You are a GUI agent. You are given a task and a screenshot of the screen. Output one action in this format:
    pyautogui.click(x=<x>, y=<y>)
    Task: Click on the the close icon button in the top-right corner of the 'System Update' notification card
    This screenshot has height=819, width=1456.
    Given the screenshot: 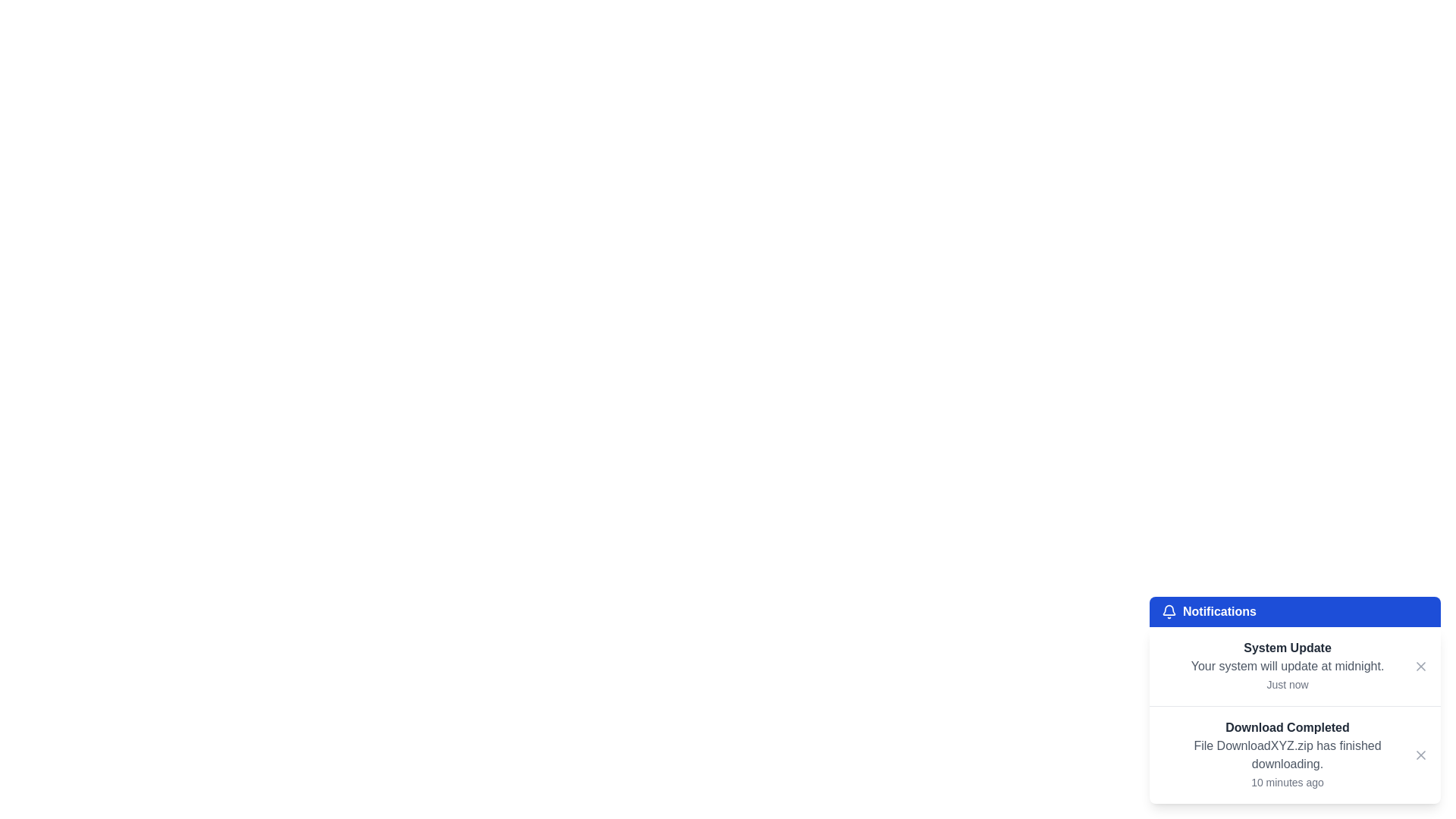 What is the action you would take?
    pyautogui.click(x=1420, y=666)
    